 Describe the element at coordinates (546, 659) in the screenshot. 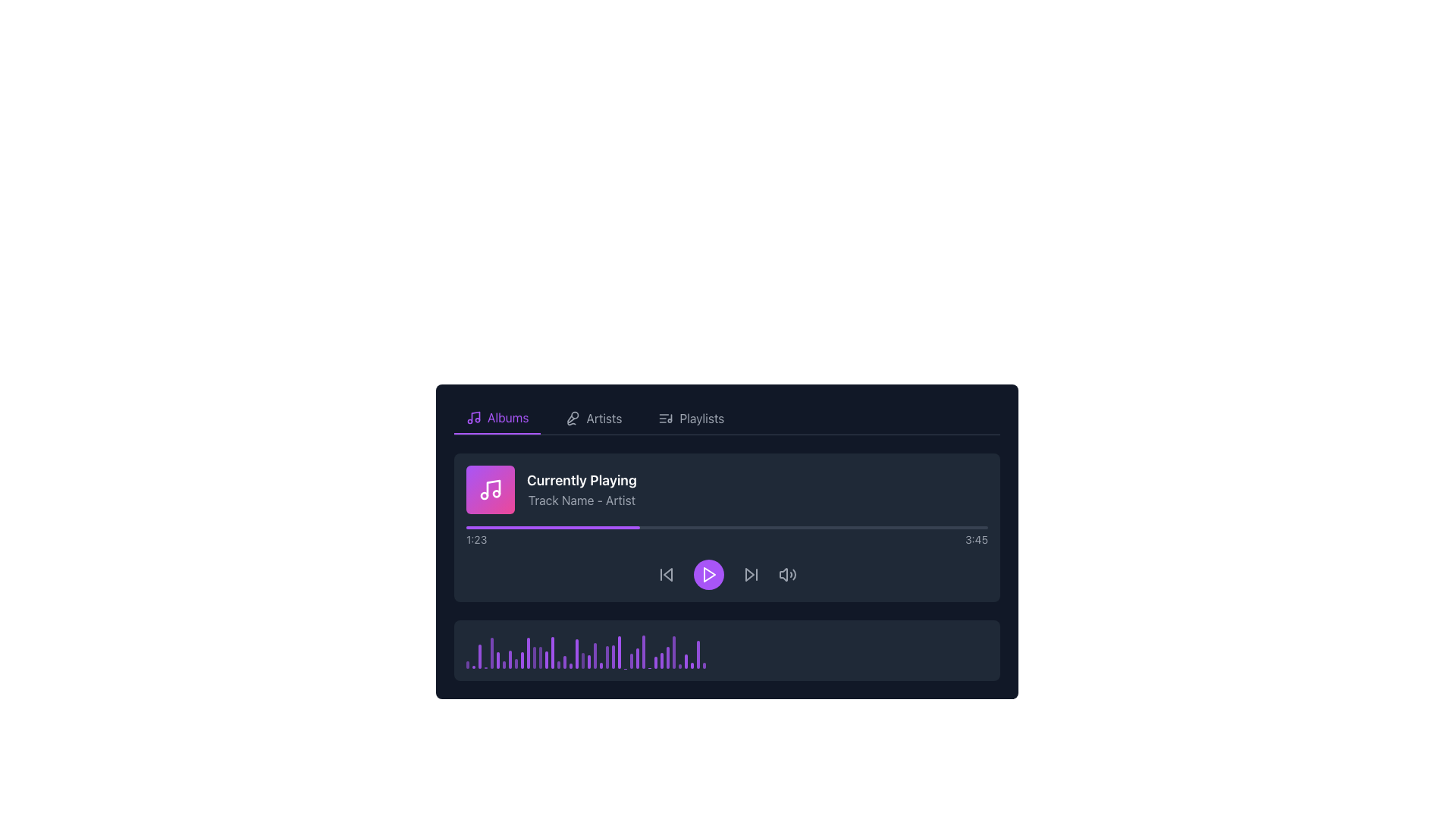

I see `the thin purple vertical bar with rounded edges located in the middle of the second row from the bottom of the chart` at that location.